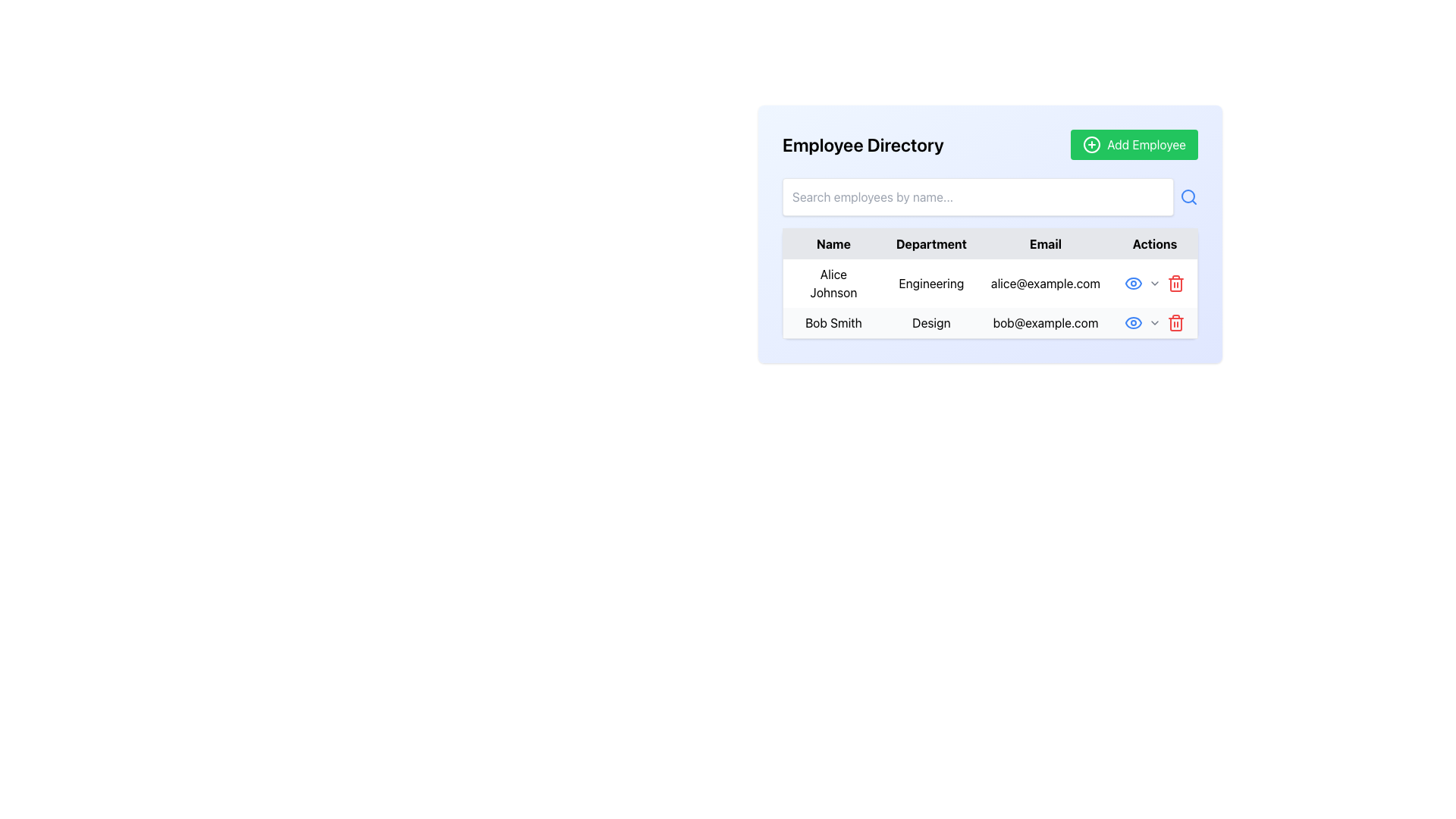  What do you see at coordinates (1154, 243) in the screenshot?
I see `the 'Actions' text label in the table header, which is bold black on a light gray background and located in the fourth column of the header row` at bounding box center [1154, 243].